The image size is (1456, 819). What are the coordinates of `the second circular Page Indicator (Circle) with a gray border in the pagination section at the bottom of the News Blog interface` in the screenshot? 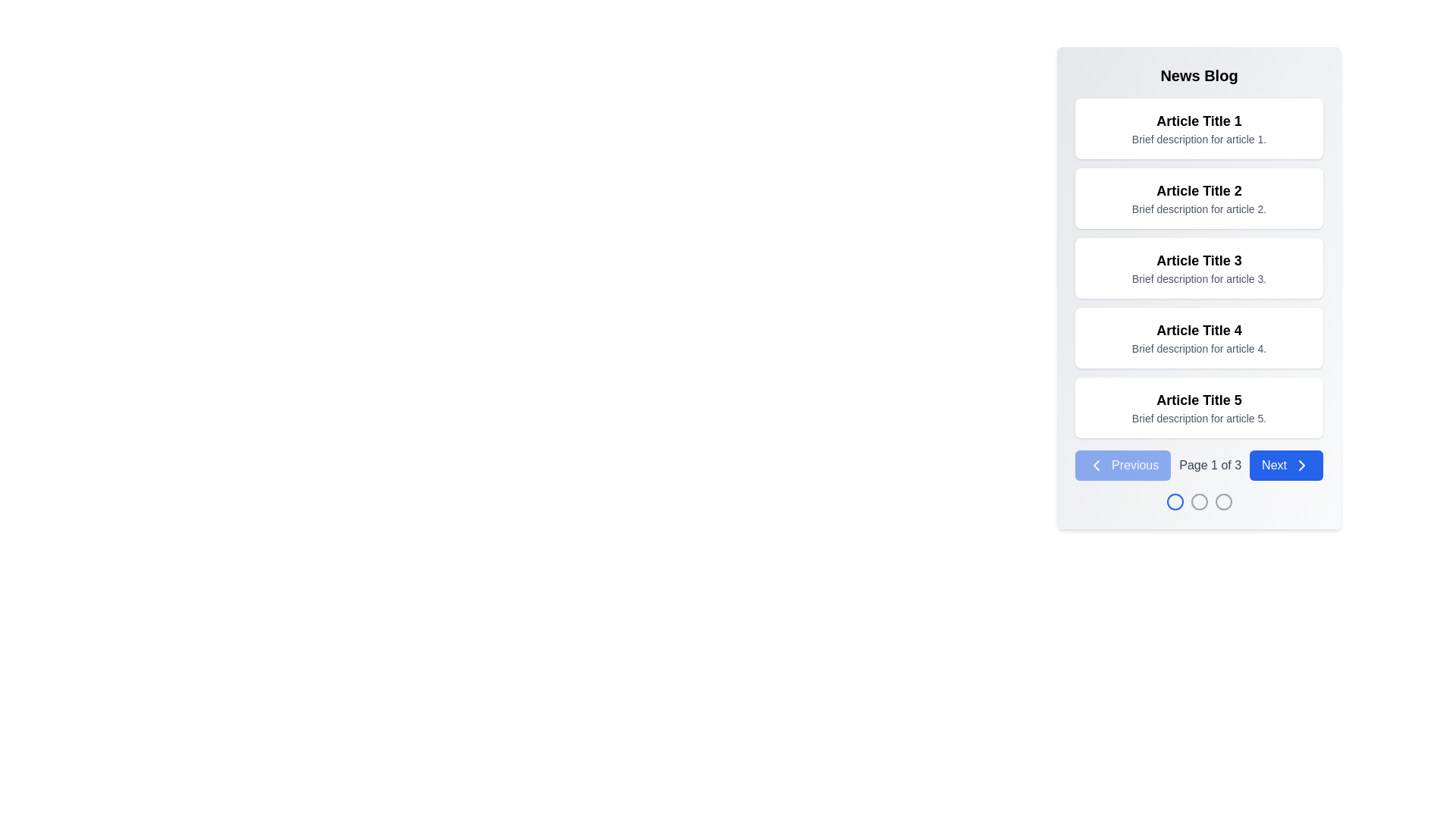 It's located at (1198, 502).